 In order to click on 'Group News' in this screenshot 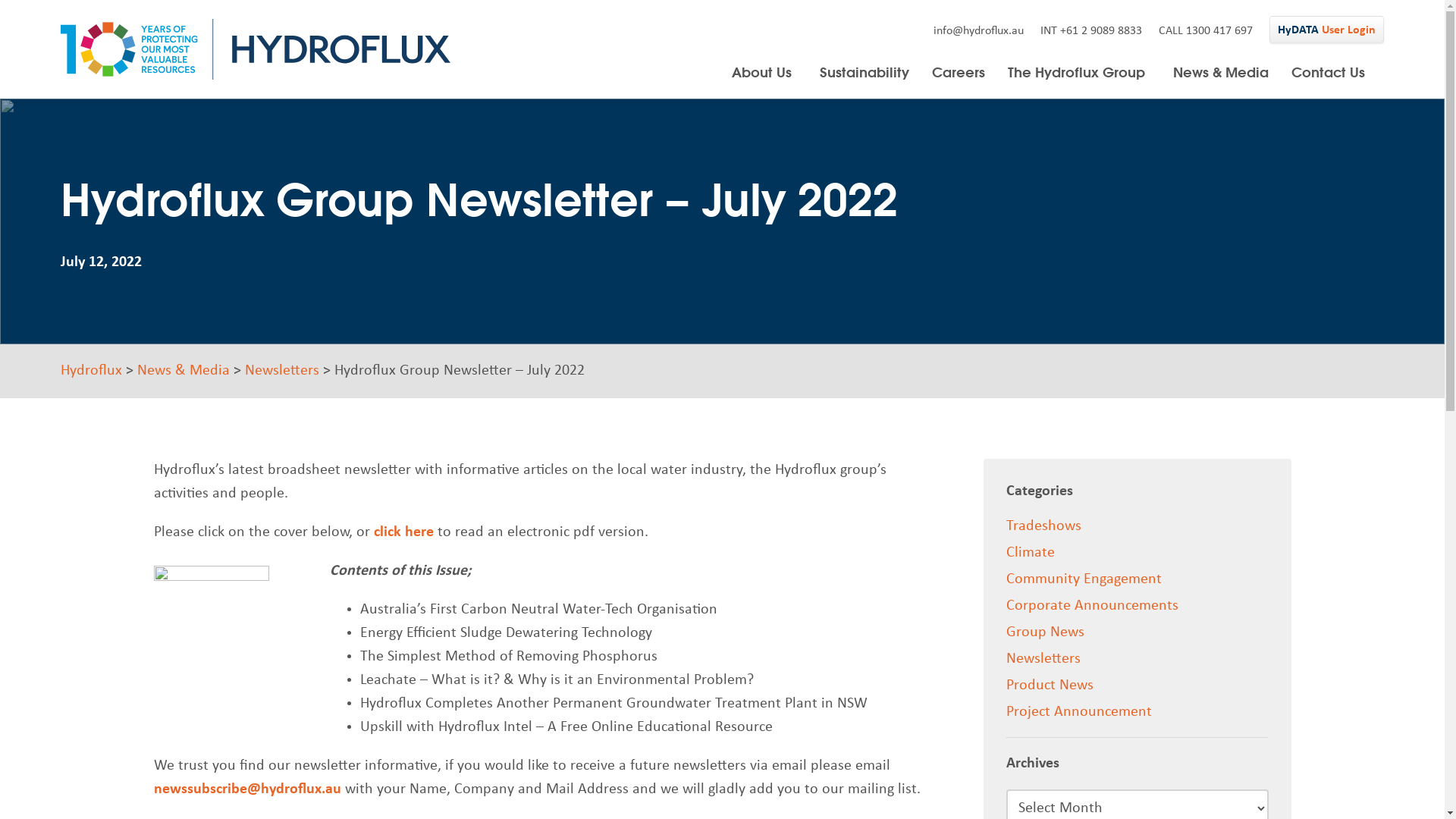, I will do `click(1044, 632)`.